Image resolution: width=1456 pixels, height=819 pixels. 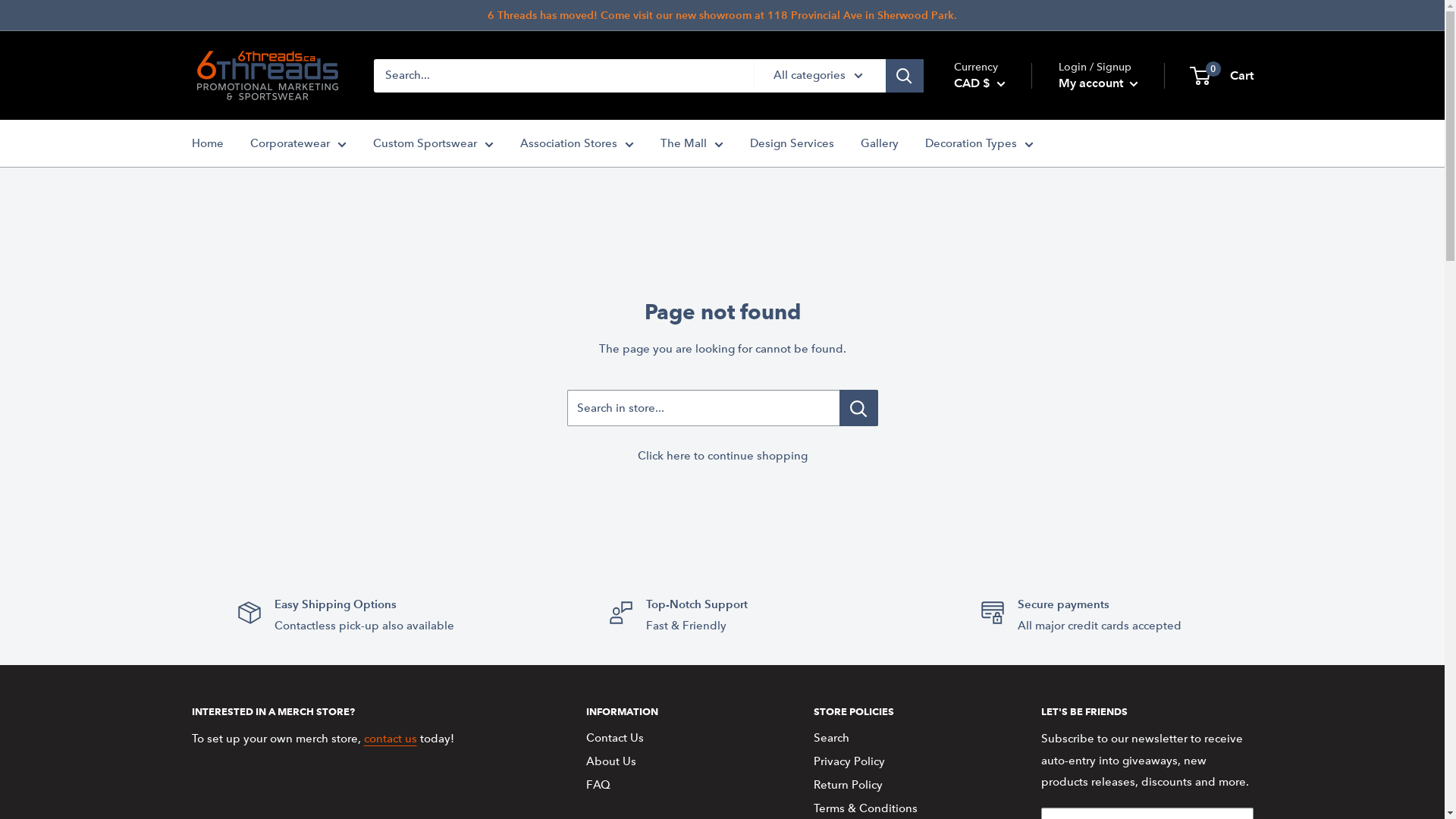 What do you see at coordinates (1098, 83) in the screenshot?
I see `'My account'` at bounding box center [1098, 83].